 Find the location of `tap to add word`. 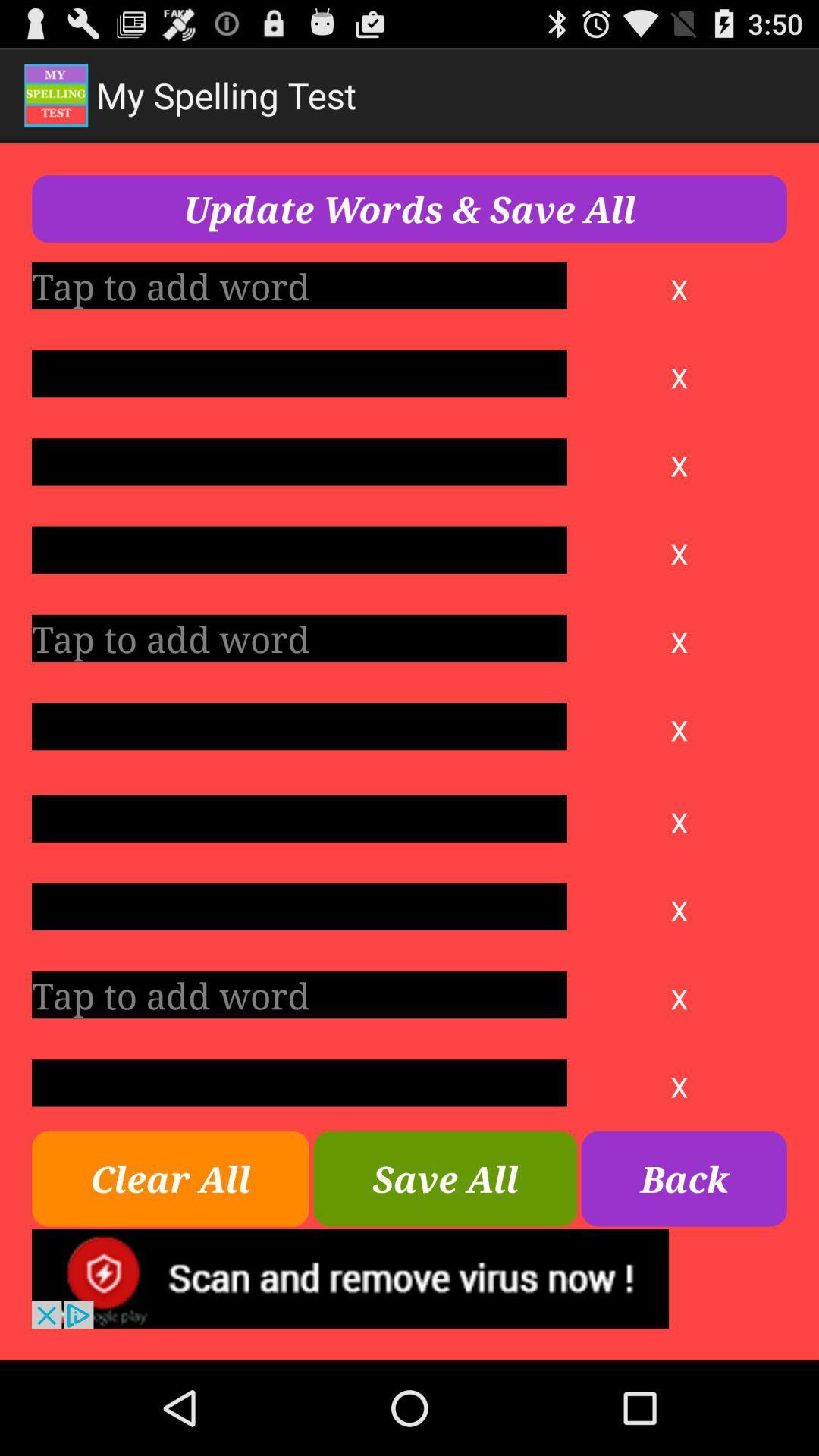

tap to add word is located at coordinates (299, 1082).